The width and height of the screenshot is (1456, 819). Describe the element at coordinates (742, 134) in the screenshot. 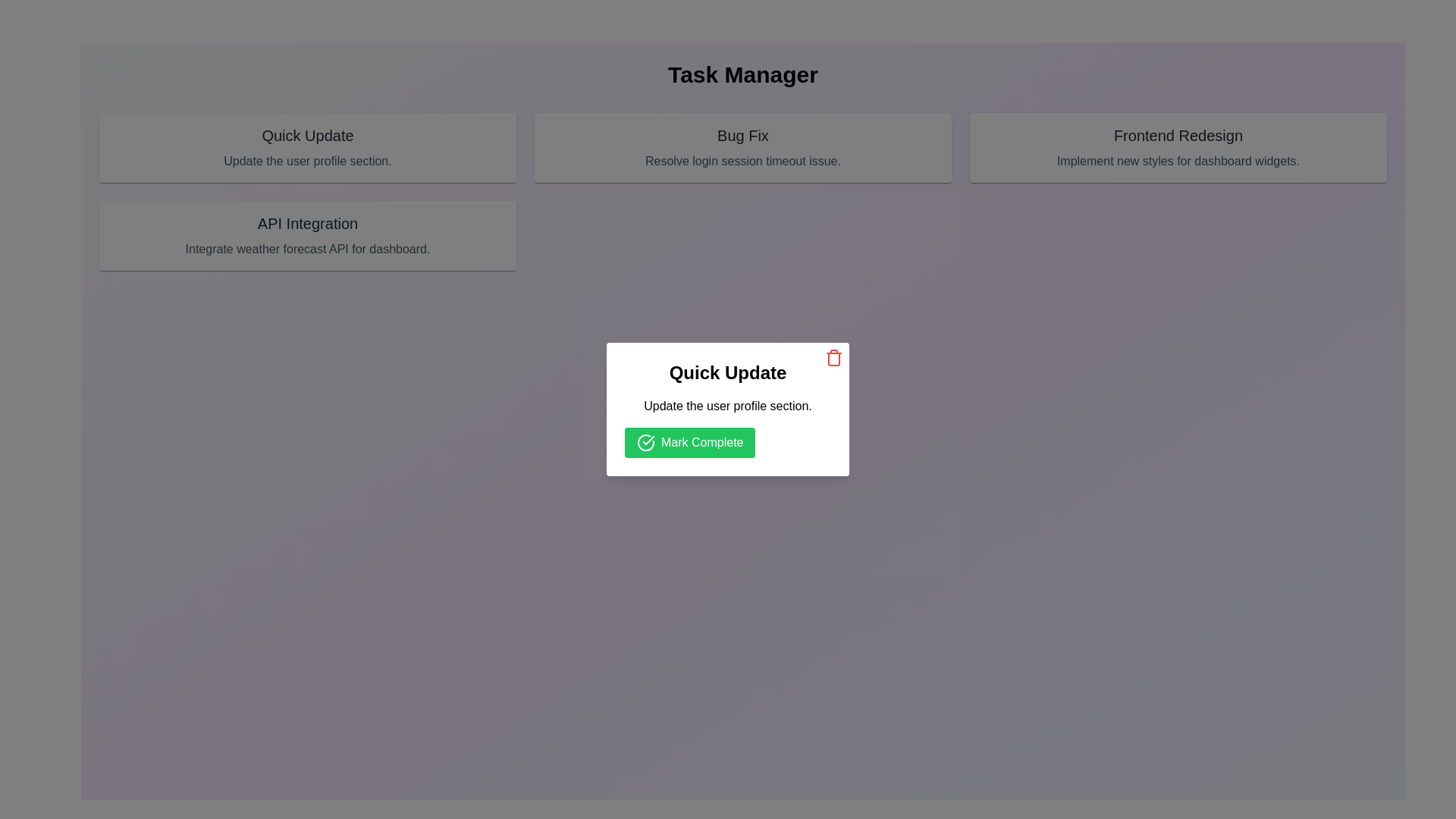

I see `text displayed in the 'Bug Fix' text label, which is located at the top of a content card in the center of the grid layout` at that location.